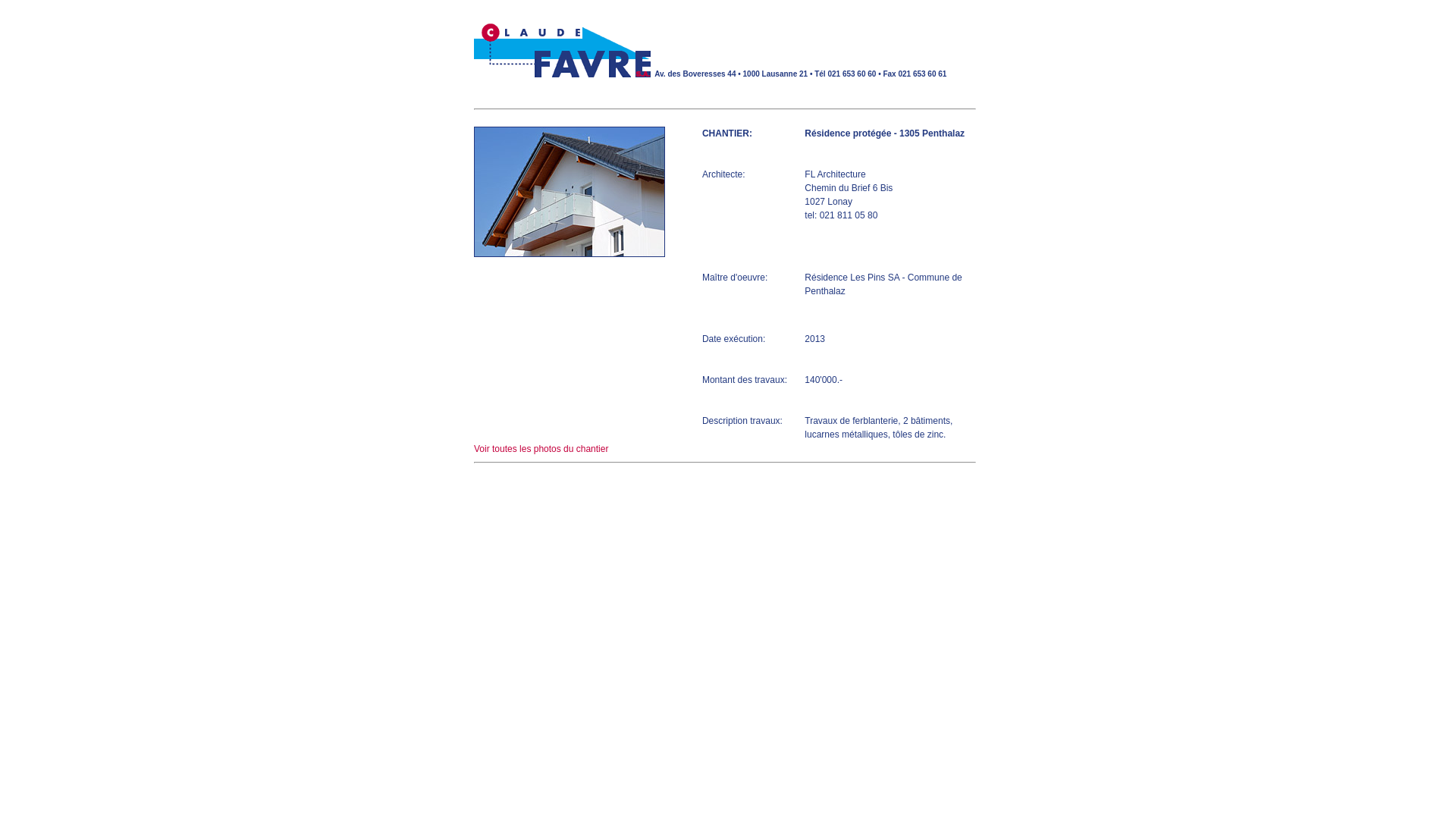  What do you see at coordinates (541, 447) in the screenshot?
I see `'Voir toutes les photos du chantier'` at bounding box center [541, 447].